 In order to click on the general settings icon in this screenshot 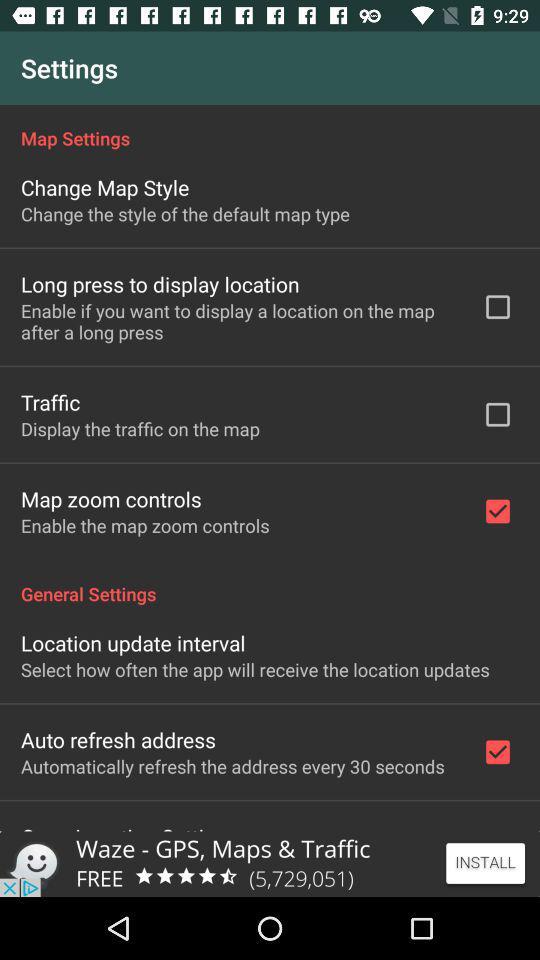, I will do `click(270, 583)`.